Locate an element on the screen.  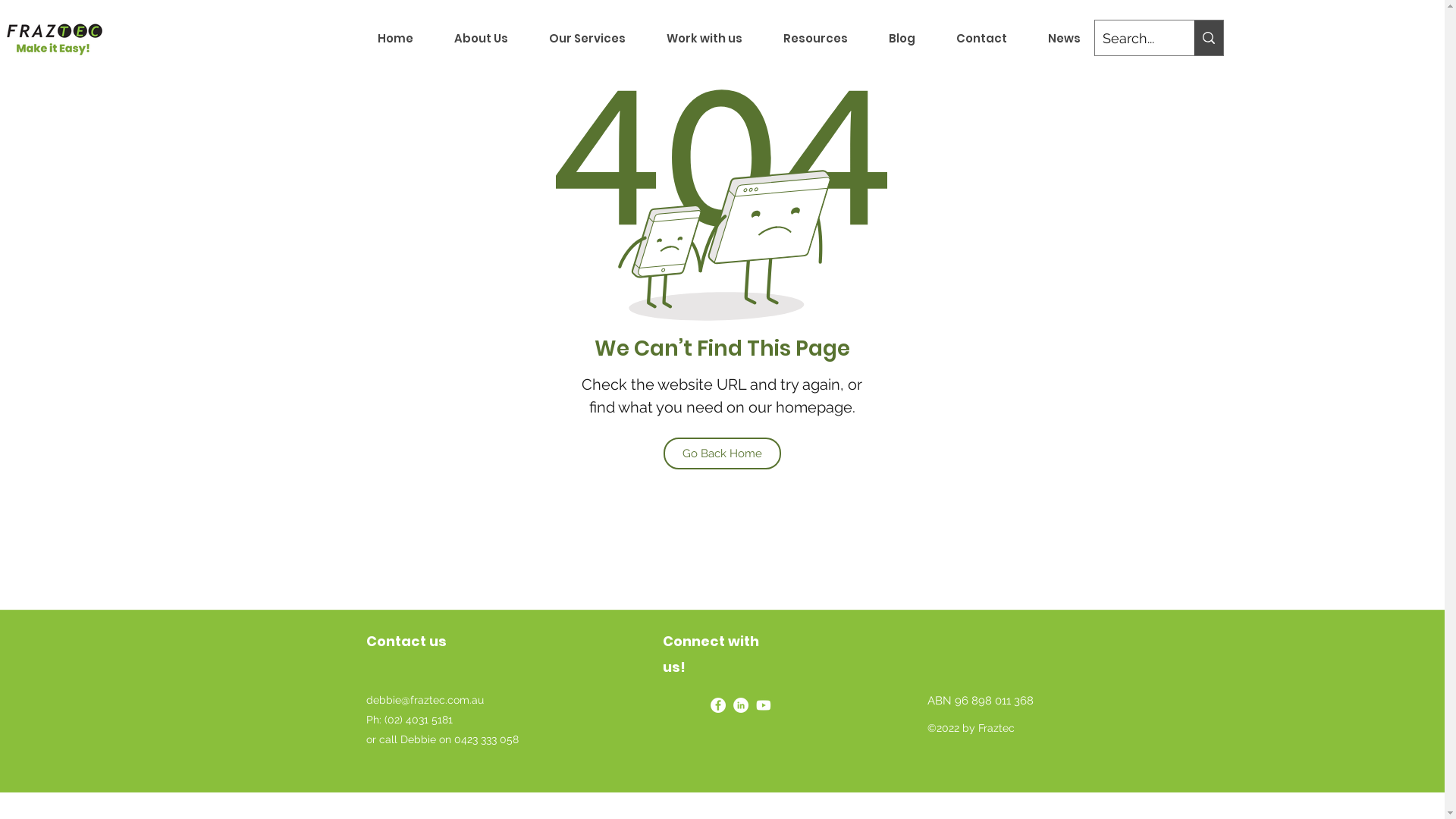
'News' is located at coordinates (1062, 37).